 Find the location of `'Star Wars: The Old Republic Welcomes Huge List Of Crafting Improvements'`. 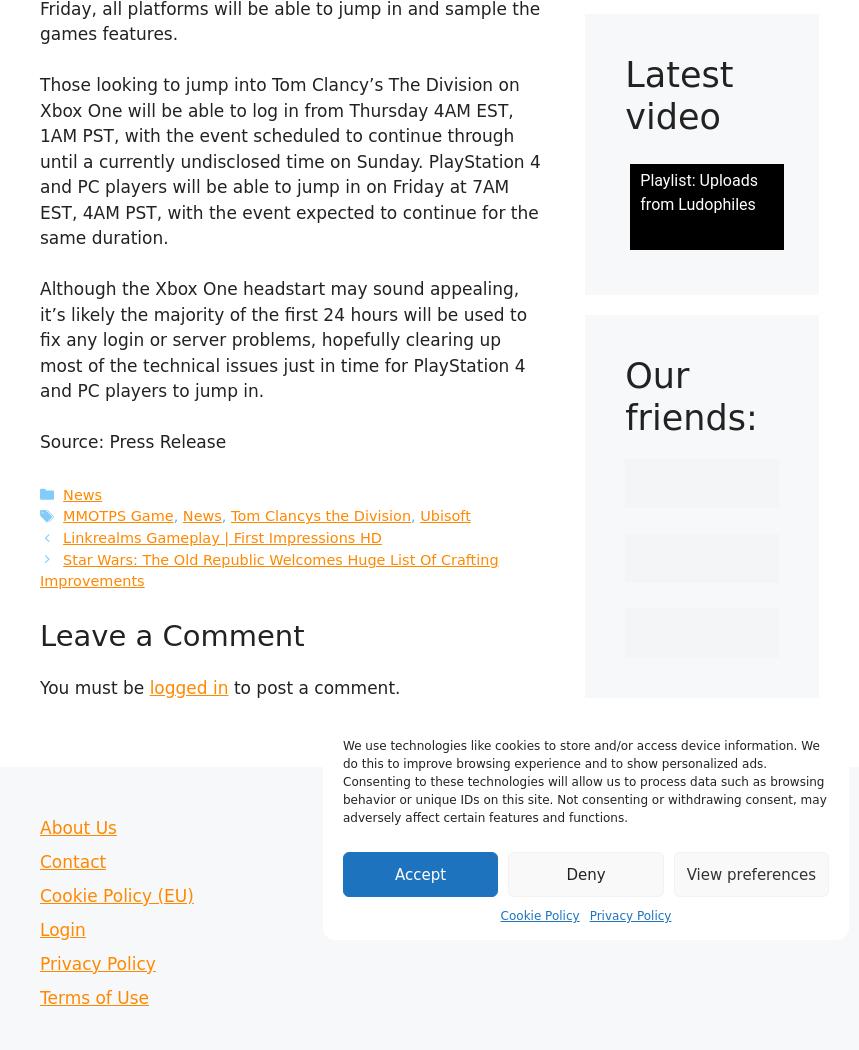

'Star Wars: The Old Republic Welcomes Huge List Of Crafting Improvements' is located at coordinates (268, 569).